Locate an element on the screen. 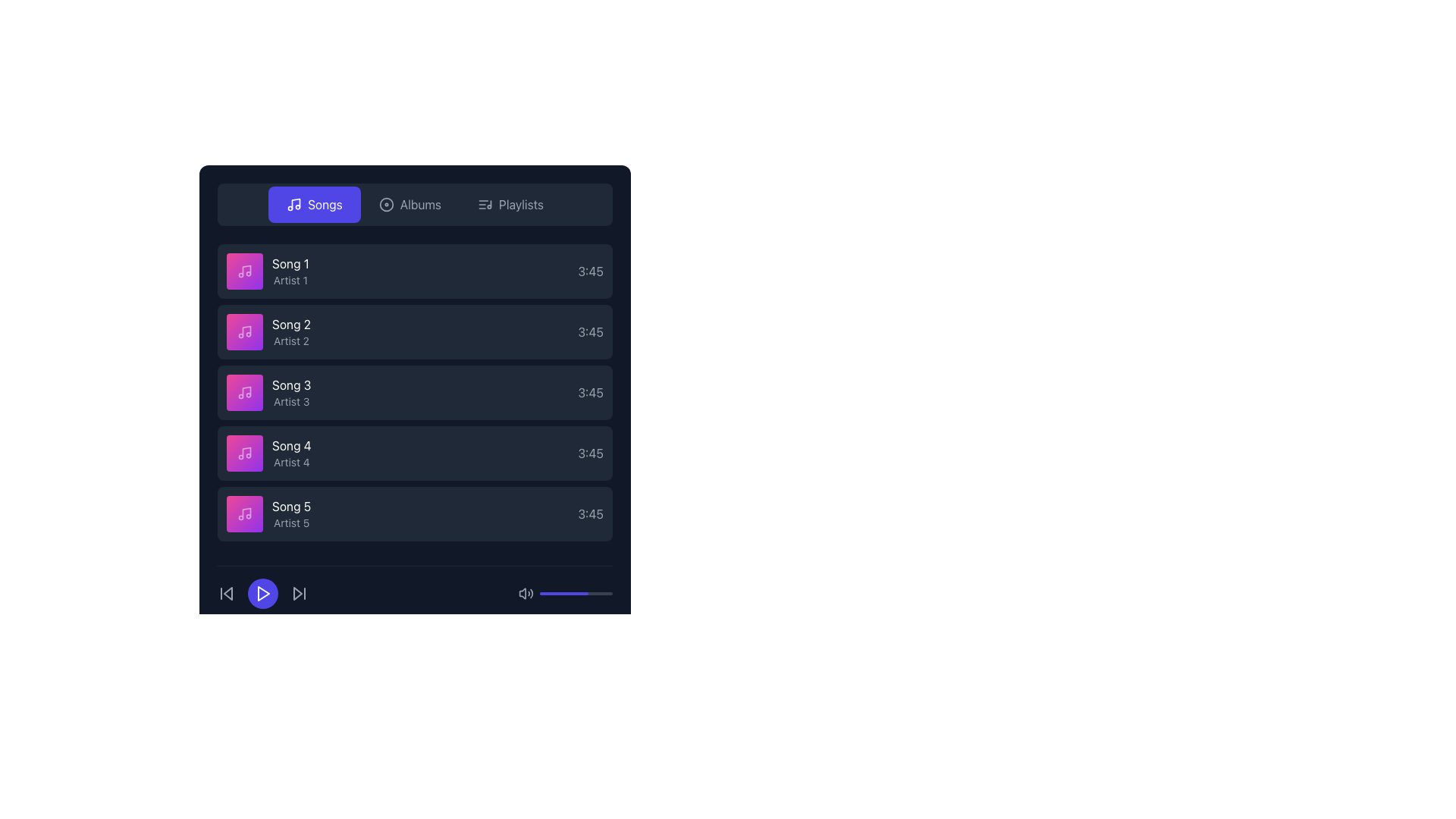 The height and width of the screenshot is (819, 1456). the circular blue play button with a white triangular play icon, located at the bottom of the music player interface to play media is located at coordinates (262, 593).